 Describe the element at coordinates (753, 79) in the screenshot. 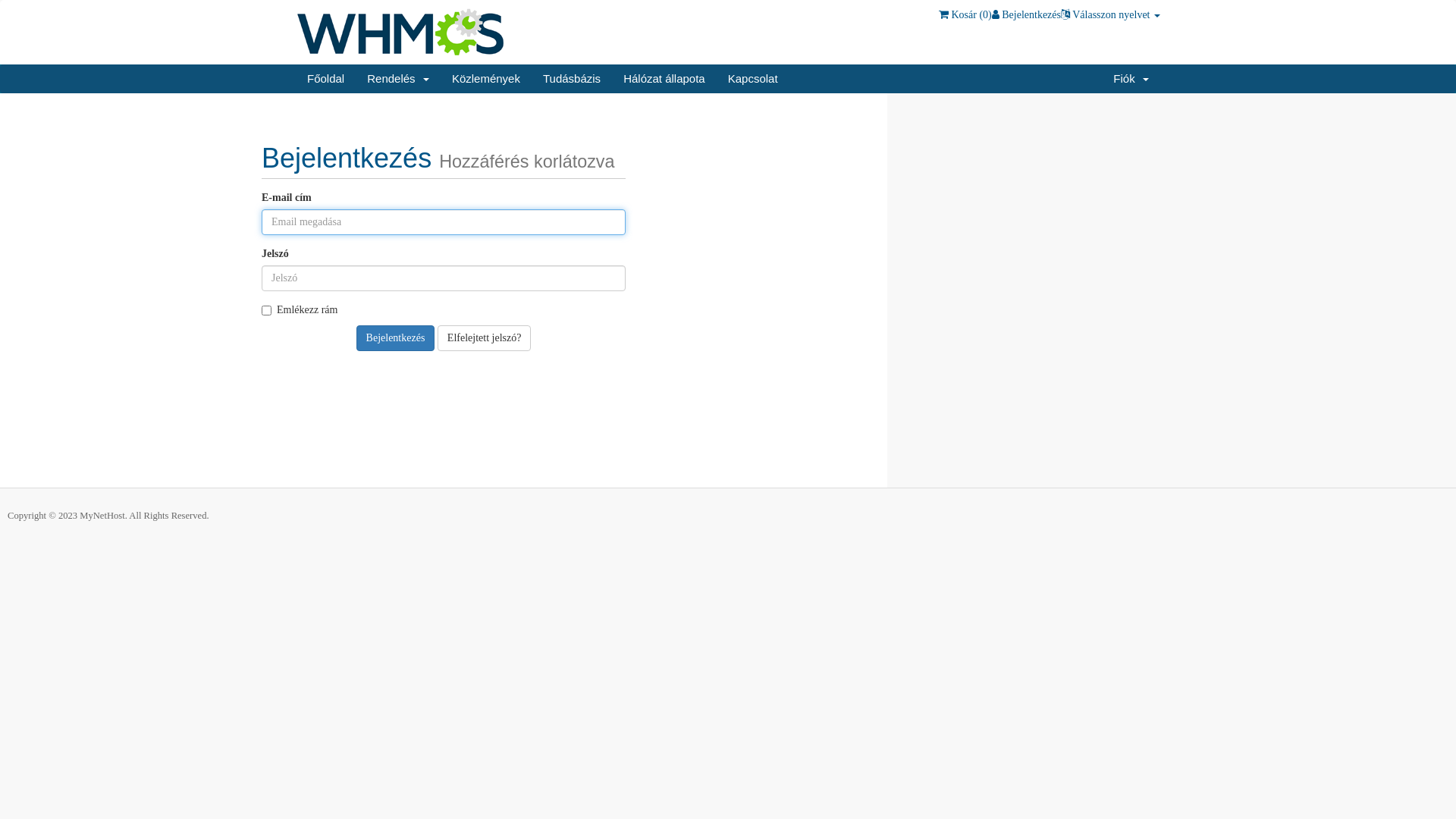

I see `'Kapcsolat'` at that location.